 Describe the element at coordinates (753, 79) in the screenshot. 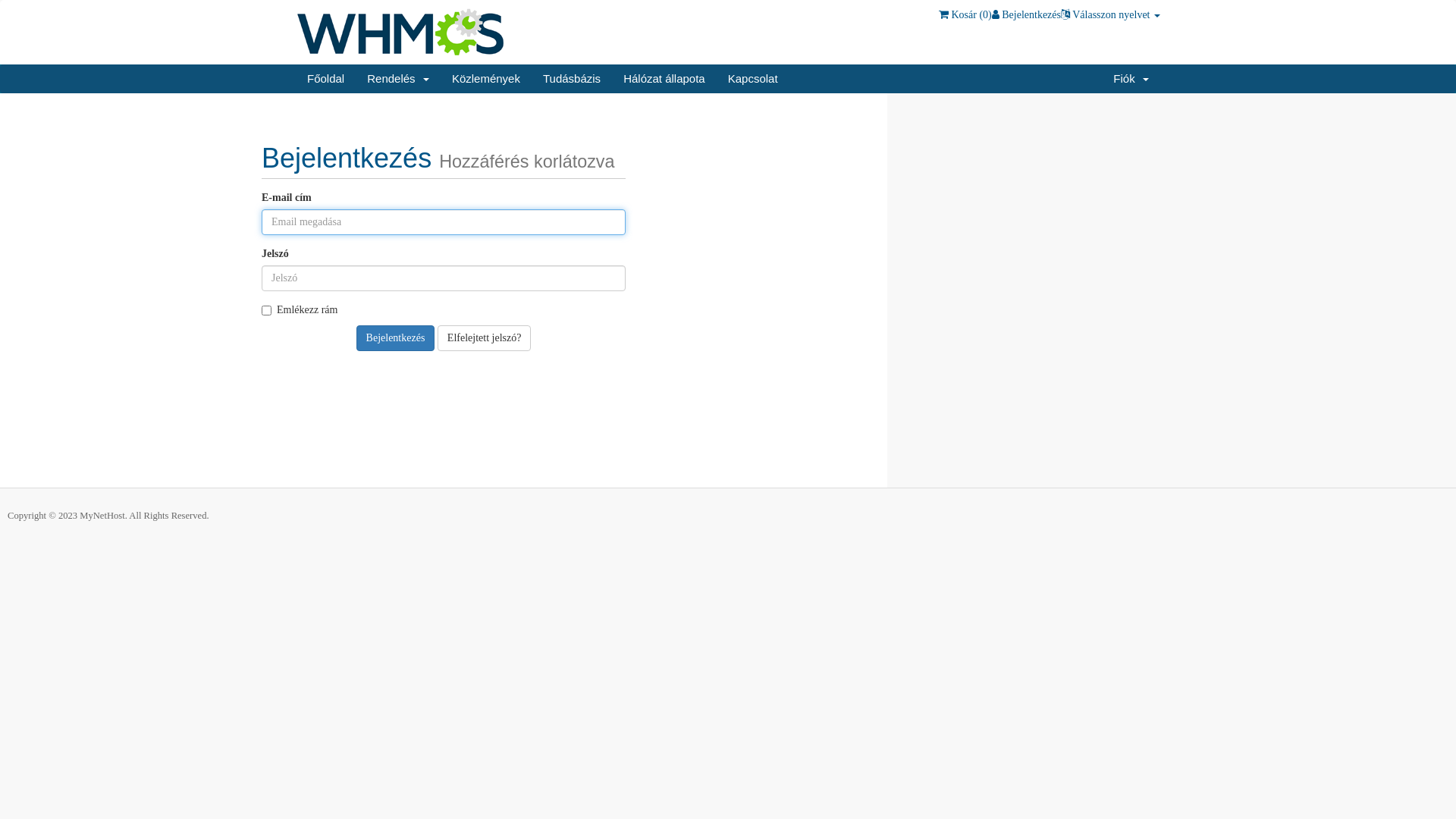

I see `'Kapcsolat'` at that location.